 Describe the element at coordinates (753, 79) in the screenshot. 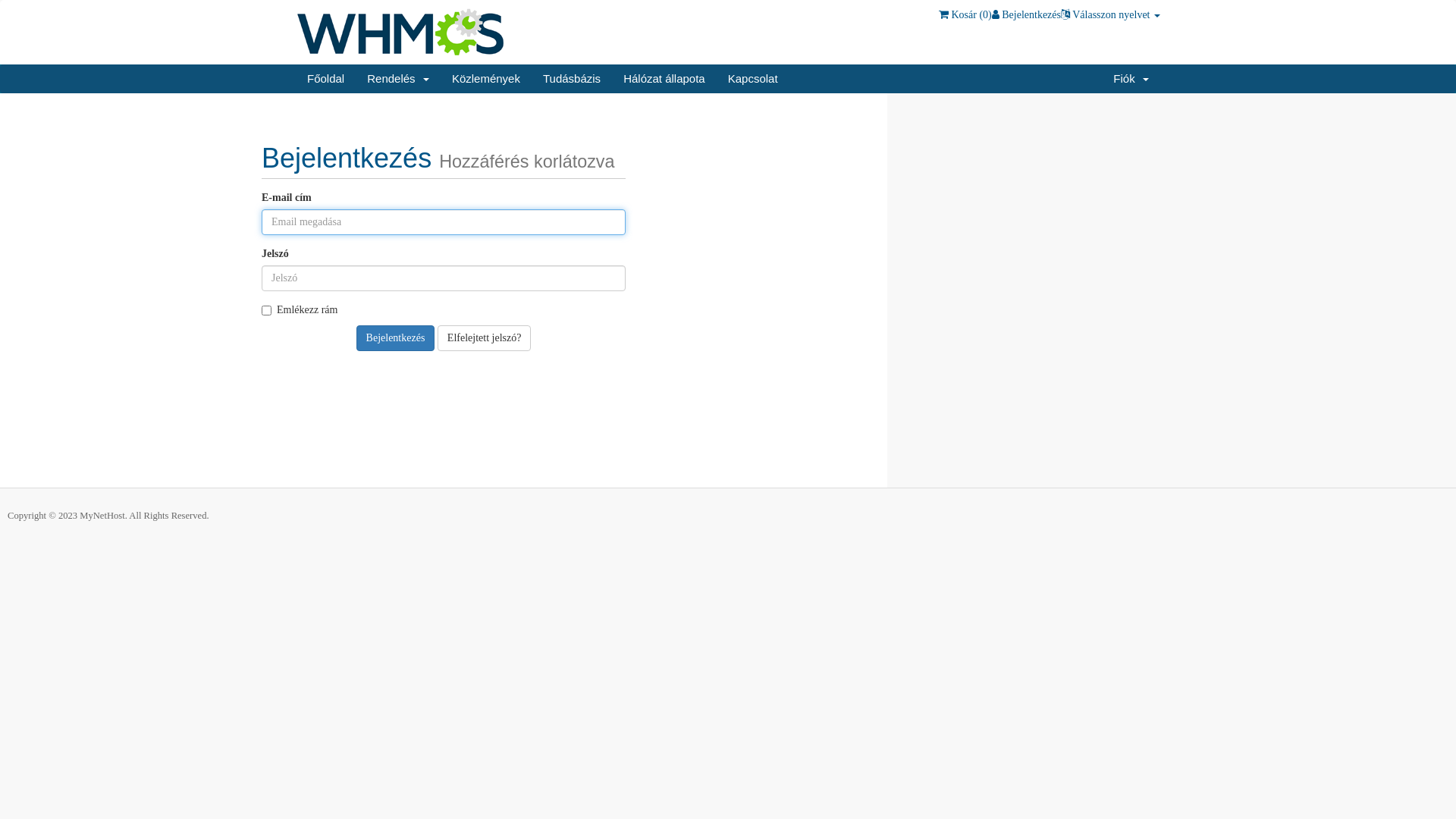

I see `'Kapcsolat'` at that location.